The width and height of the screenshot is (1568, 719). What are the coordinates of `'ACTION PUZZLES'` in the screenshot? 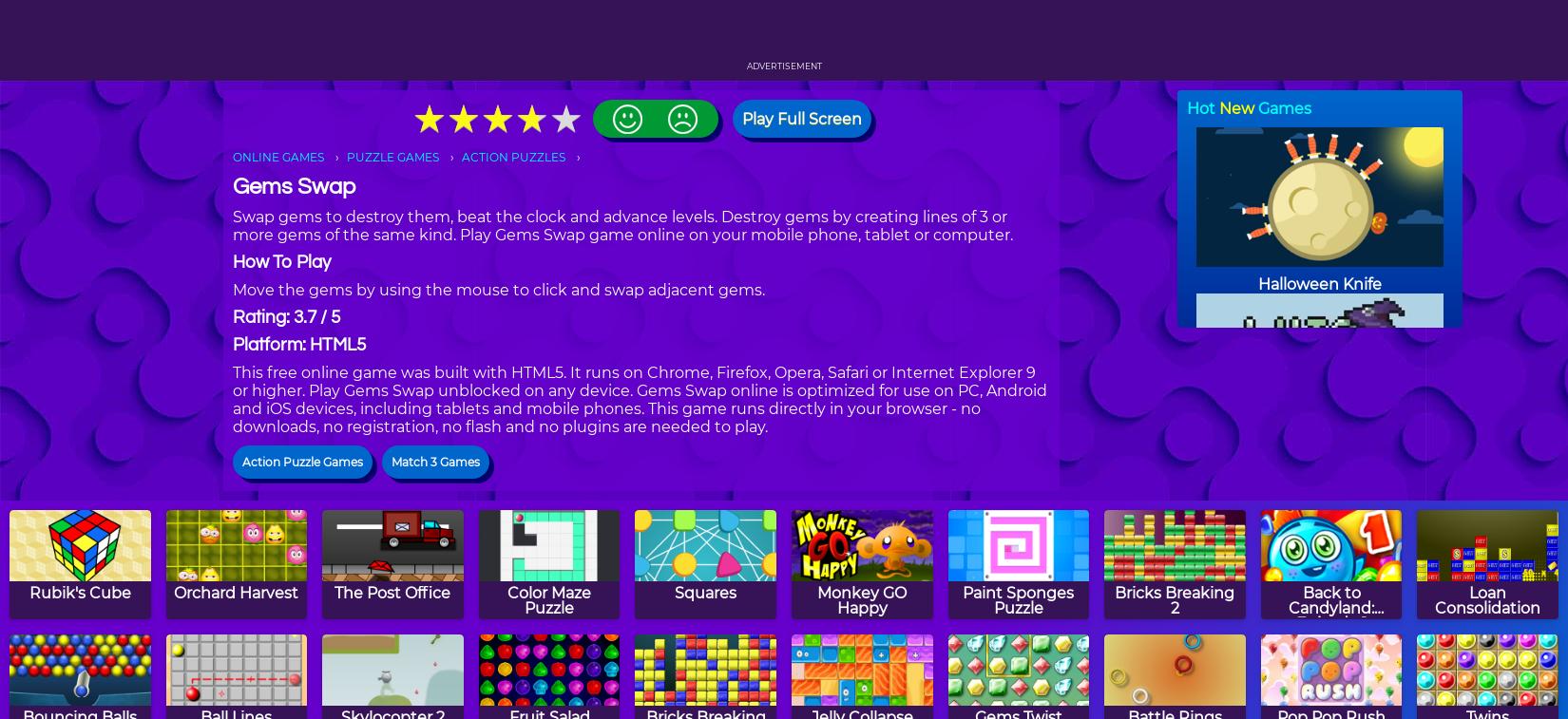 It's located at (512, 156).